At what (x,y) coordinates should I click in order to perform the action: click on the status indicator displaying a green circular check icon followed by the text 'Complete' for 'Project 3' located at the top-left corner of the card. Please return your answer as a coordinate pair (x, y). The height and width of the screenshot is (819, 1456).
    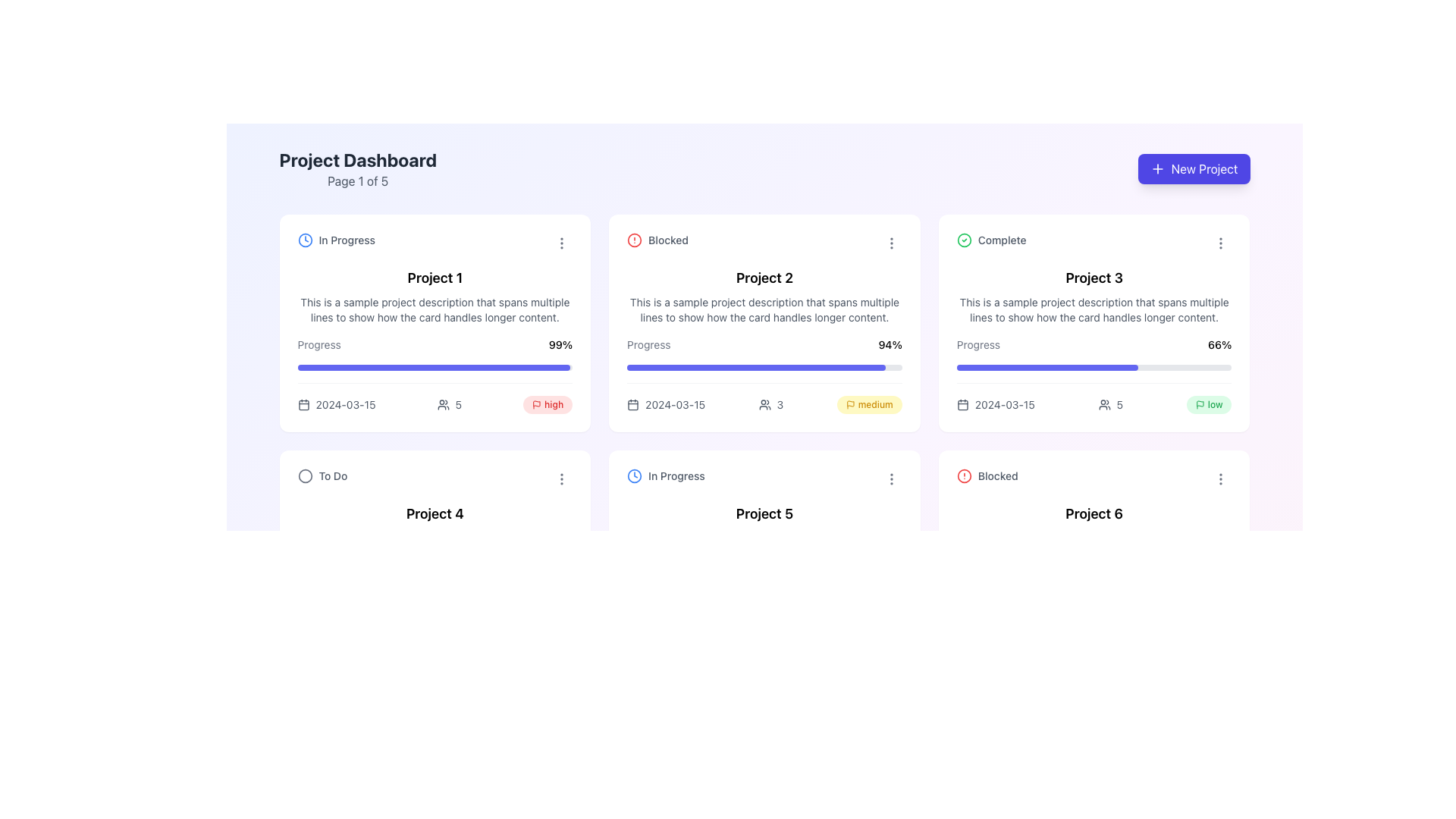
    Looking at the image, I should click on (991, 239).